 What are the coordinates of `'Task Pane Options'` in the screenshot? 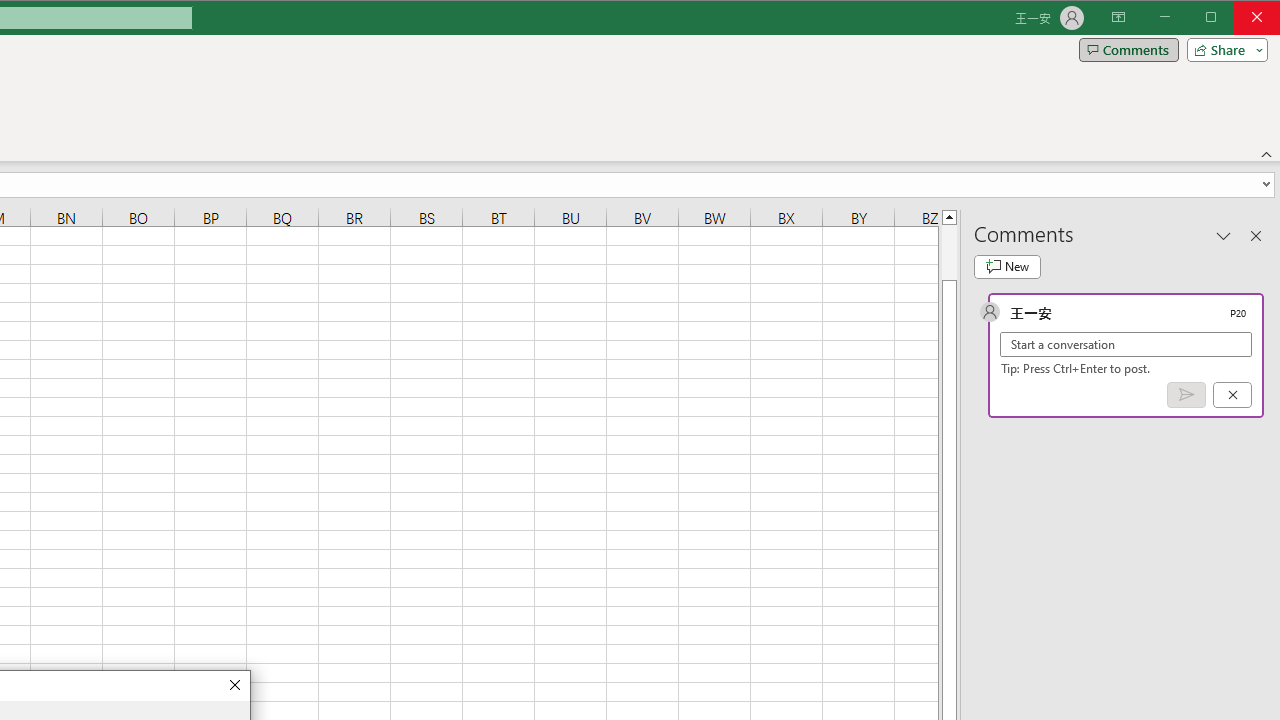 It's located at (1223, 234).